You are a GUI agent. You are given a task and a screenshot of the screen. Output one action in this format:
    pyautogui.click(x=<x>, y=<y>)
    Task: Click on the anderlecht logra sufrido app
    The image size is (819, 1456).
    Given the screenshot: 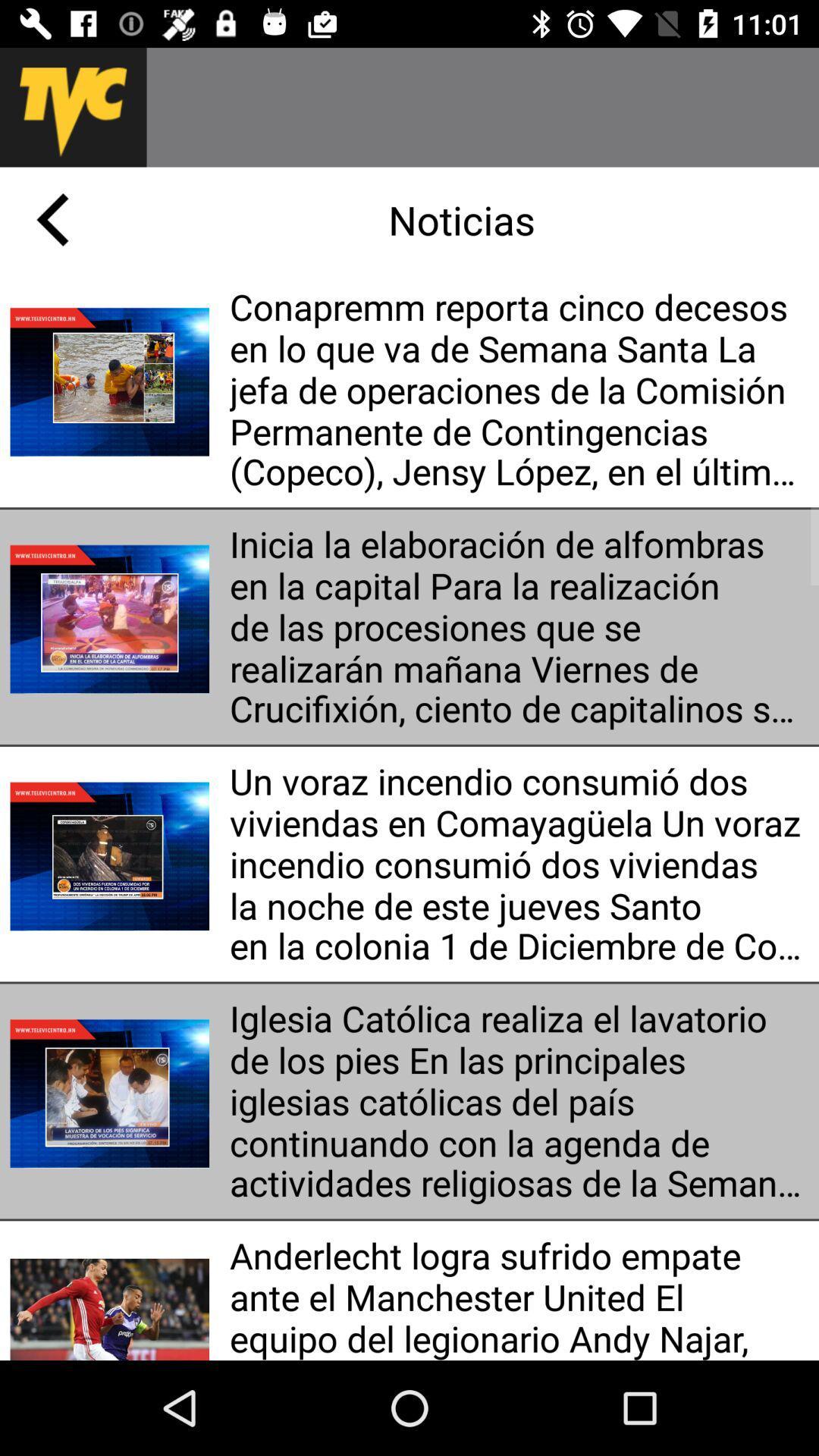 What is the action you would take?
    pyautogui.click(x=518, y=1294)
    